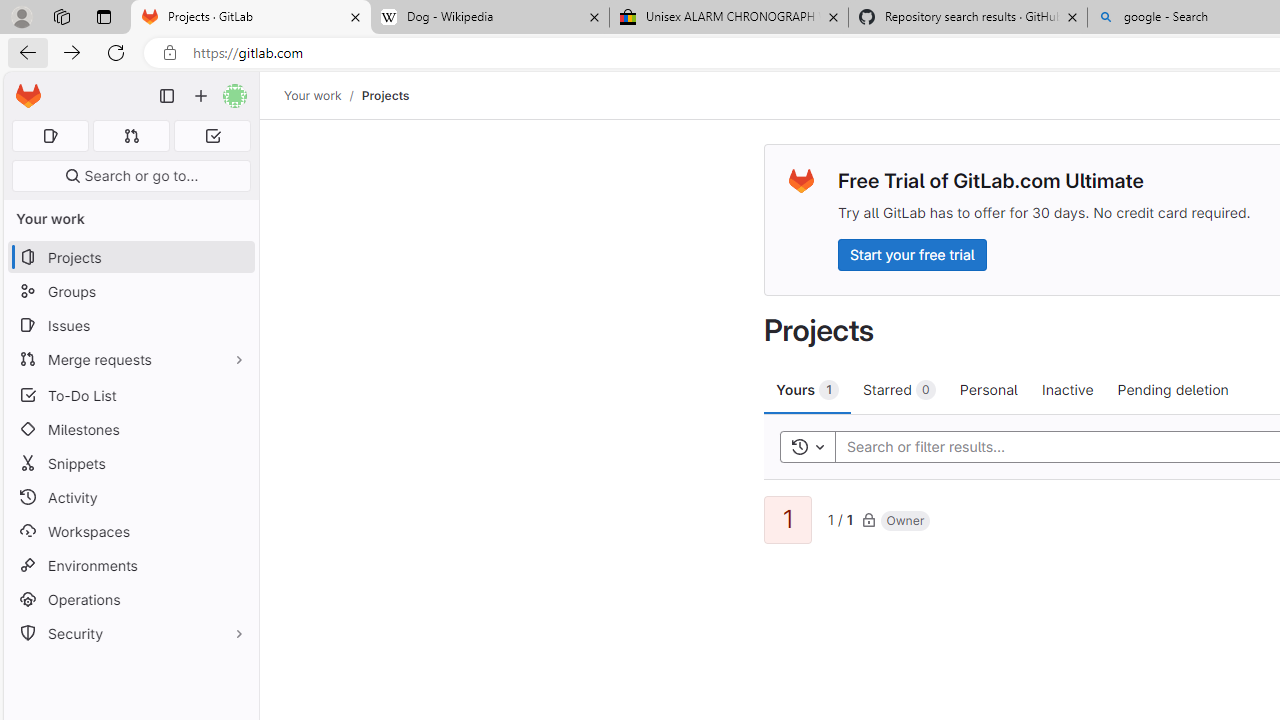  What do you see at coordinates (385, 95) in the screenshot?
I see `'Projects'` at bounding box center [385, 95].